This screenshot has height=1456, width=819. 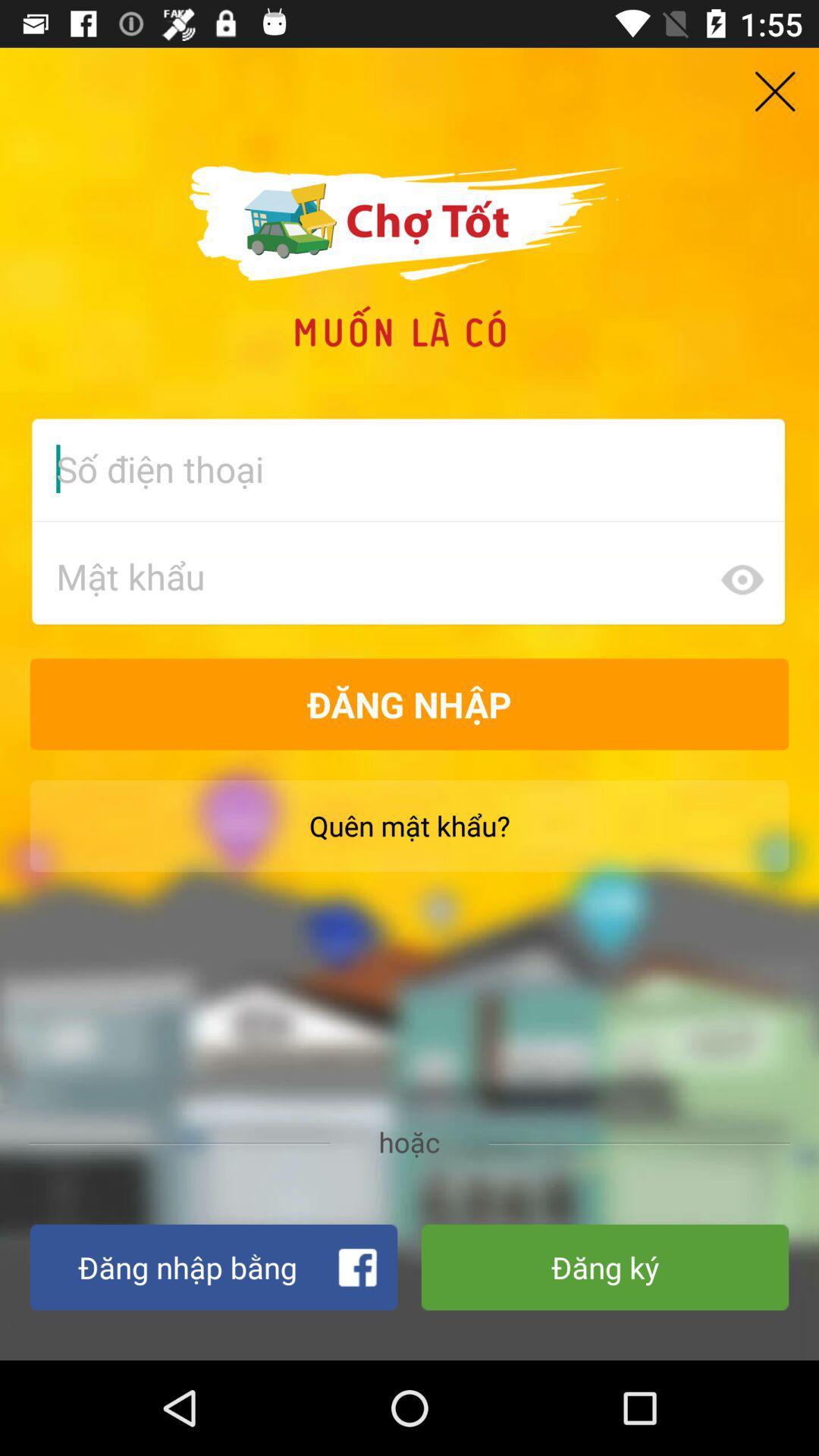 I want to click on the blue color button, so click(x=213, y=1267).